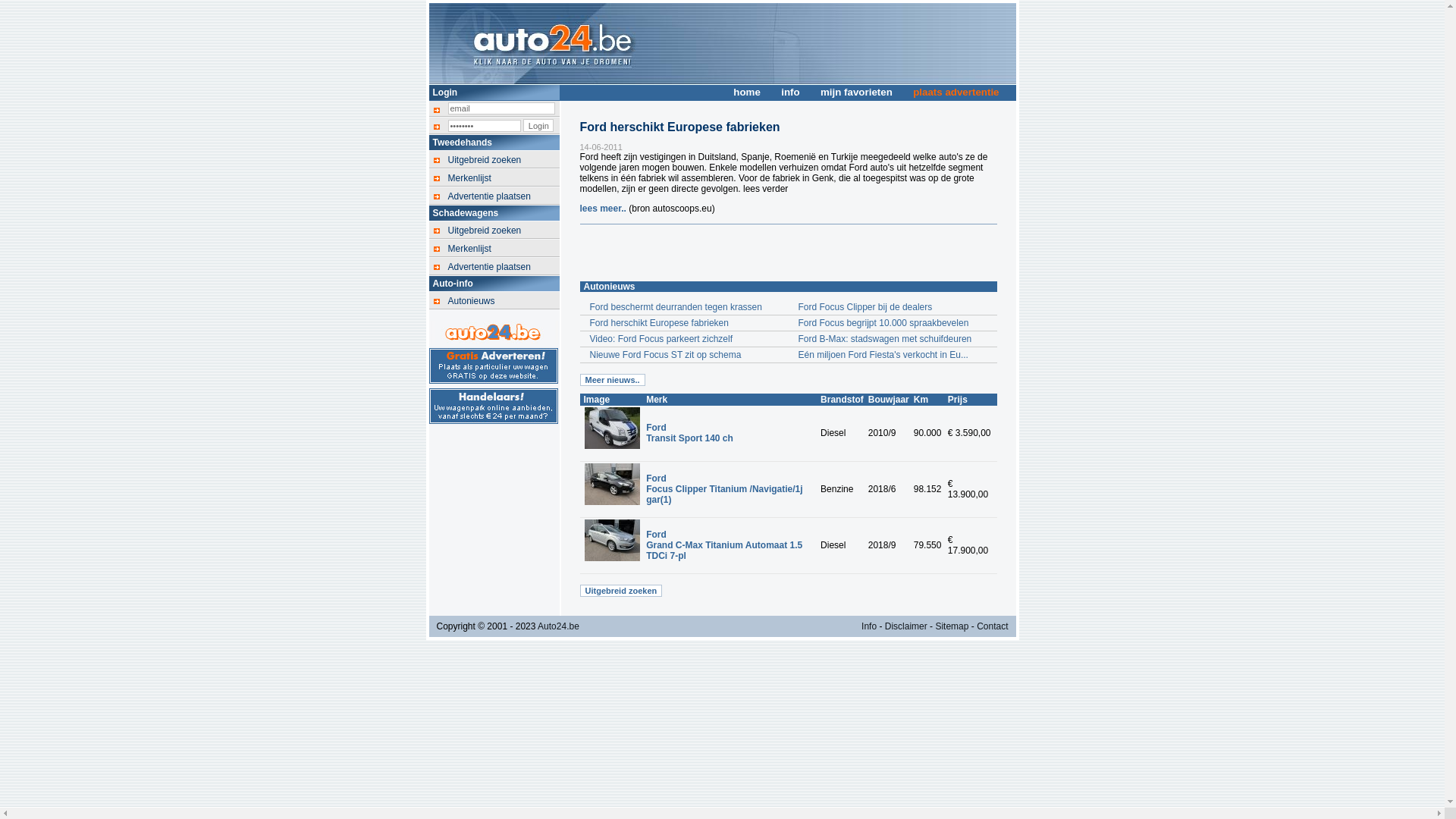  Describe the element at coordinates (578, 379) in the screenshot. I see `'Meer nieuws..'` at that location.